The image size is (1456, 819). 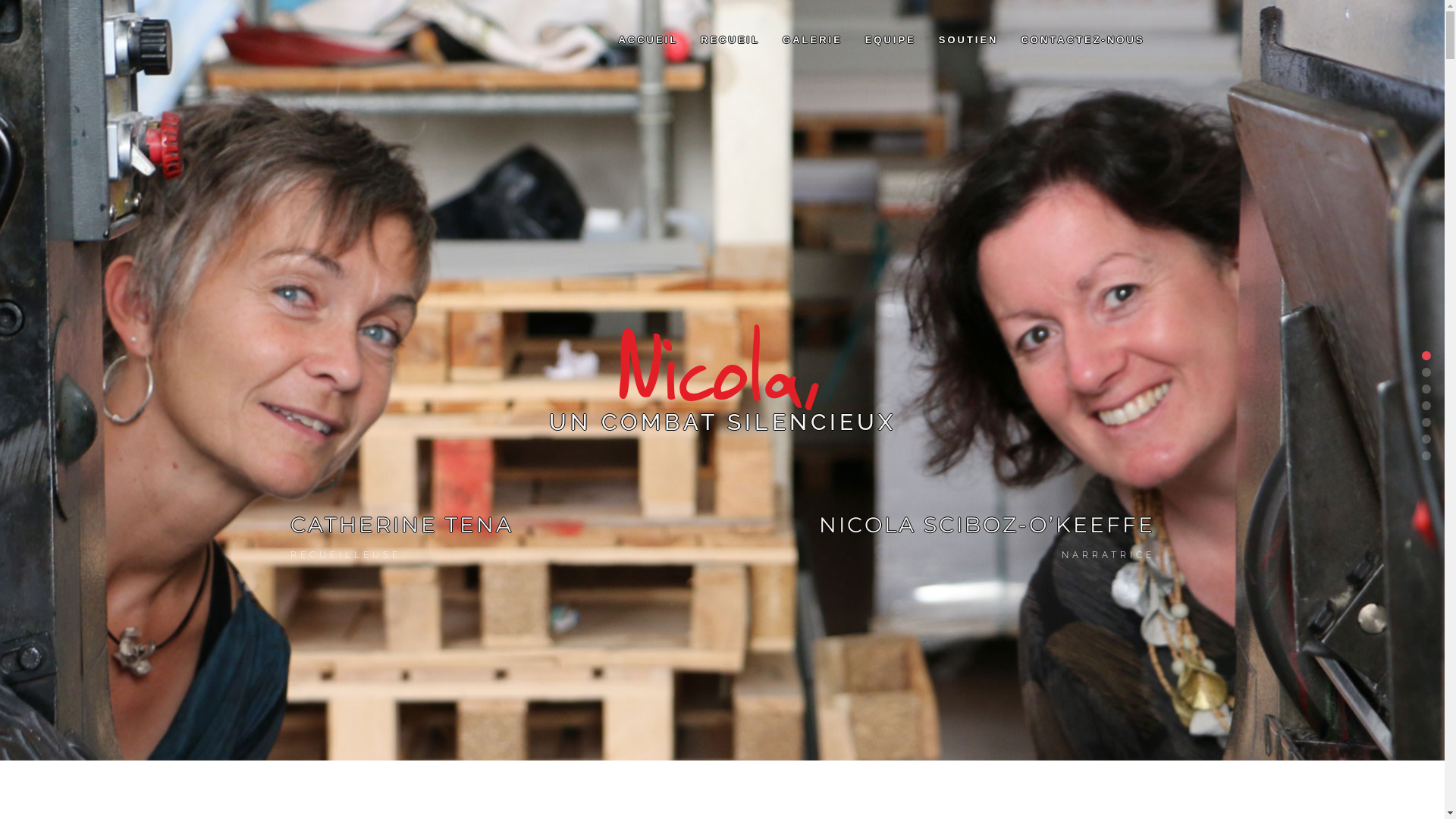 What do you see at coordinates (648, 39) in the screenshot?
I see `'ACCUEIL'` at bounding box center [648, 39].